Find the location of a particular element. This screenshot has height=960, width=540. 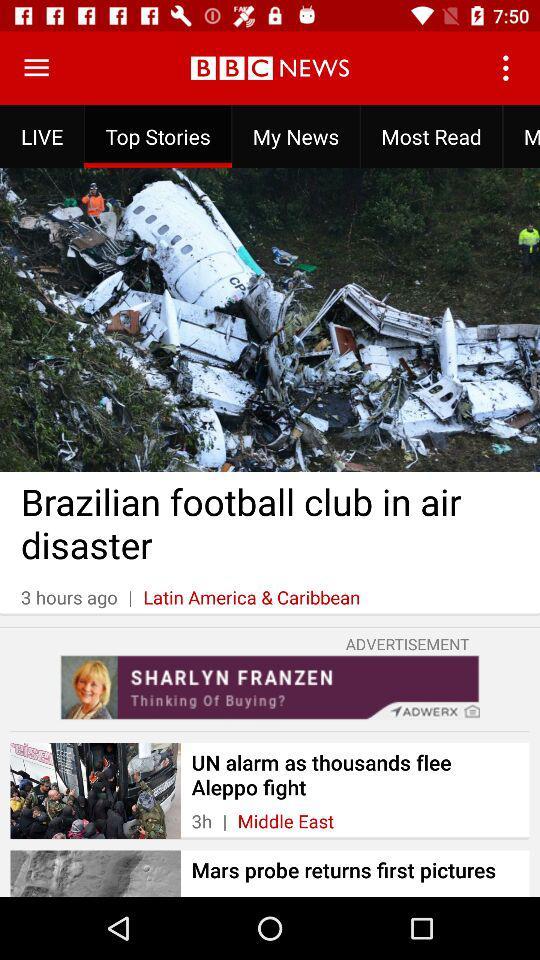

advertisement page is located at coordinates (270, 687).